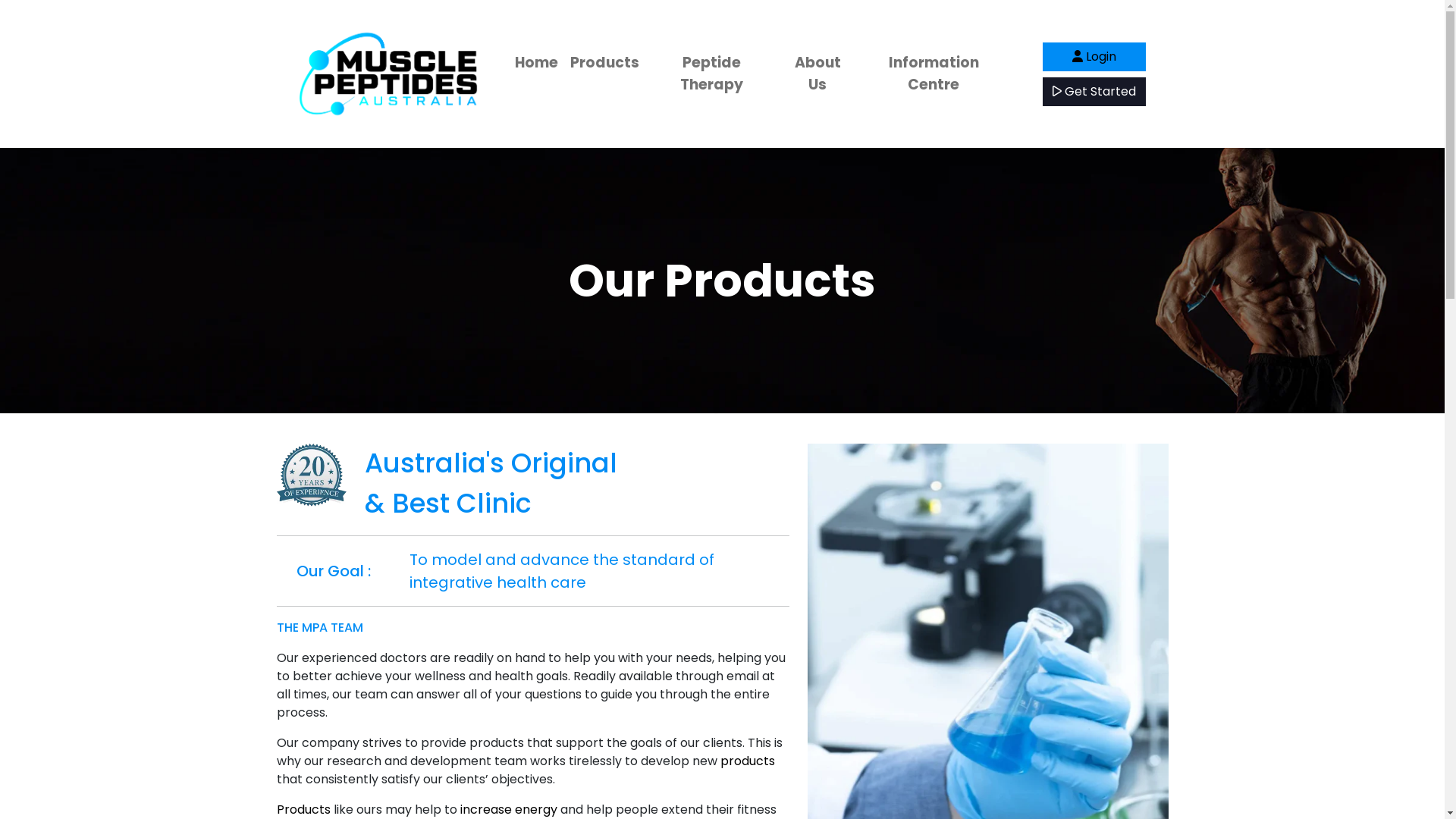  Describe the element at coordinates (933, 74) in the screenshot. I see `'Information Centre'` at that location.